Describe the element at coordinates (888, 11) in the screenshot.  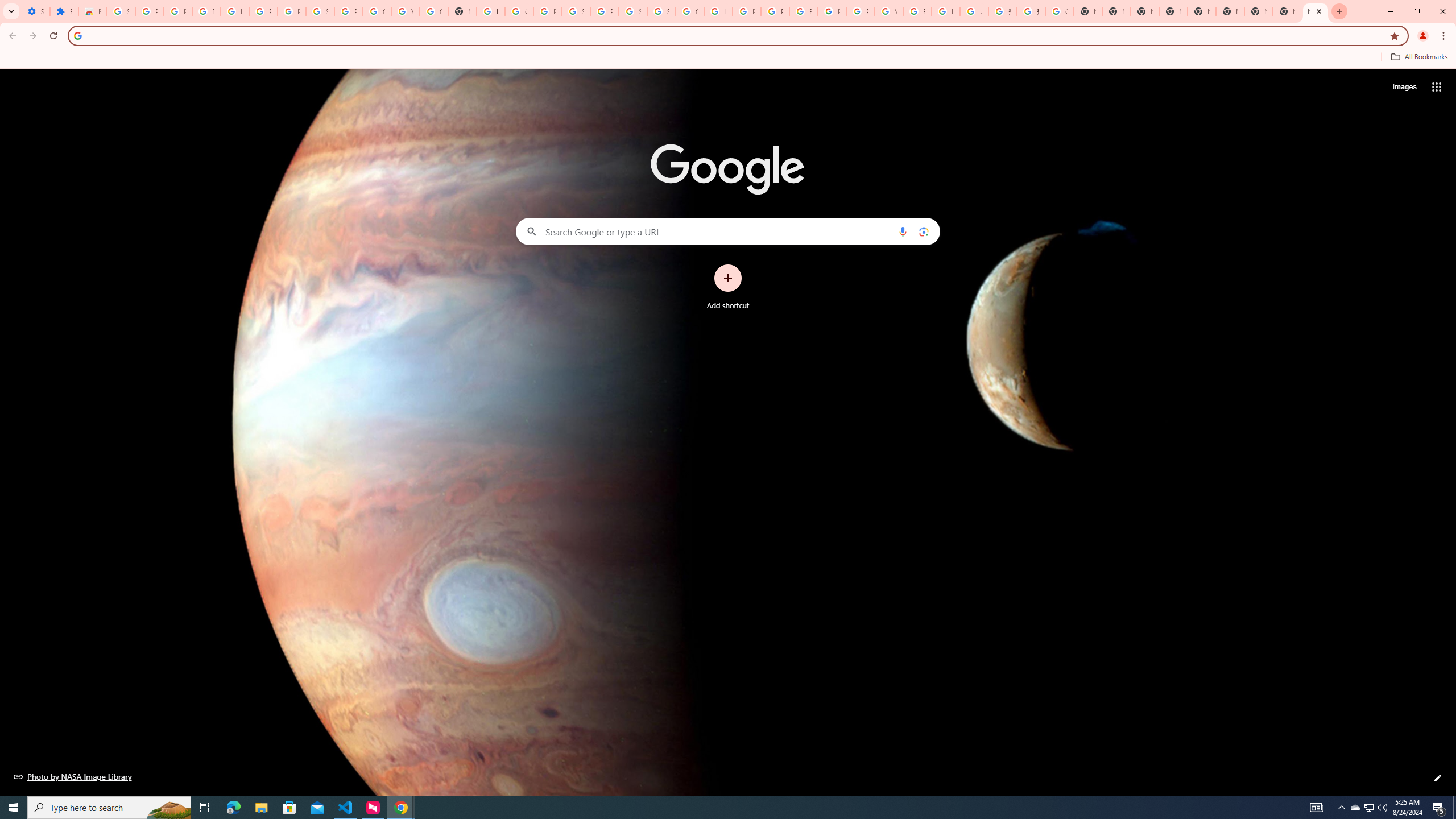
I see `'YouTube'` at that location.